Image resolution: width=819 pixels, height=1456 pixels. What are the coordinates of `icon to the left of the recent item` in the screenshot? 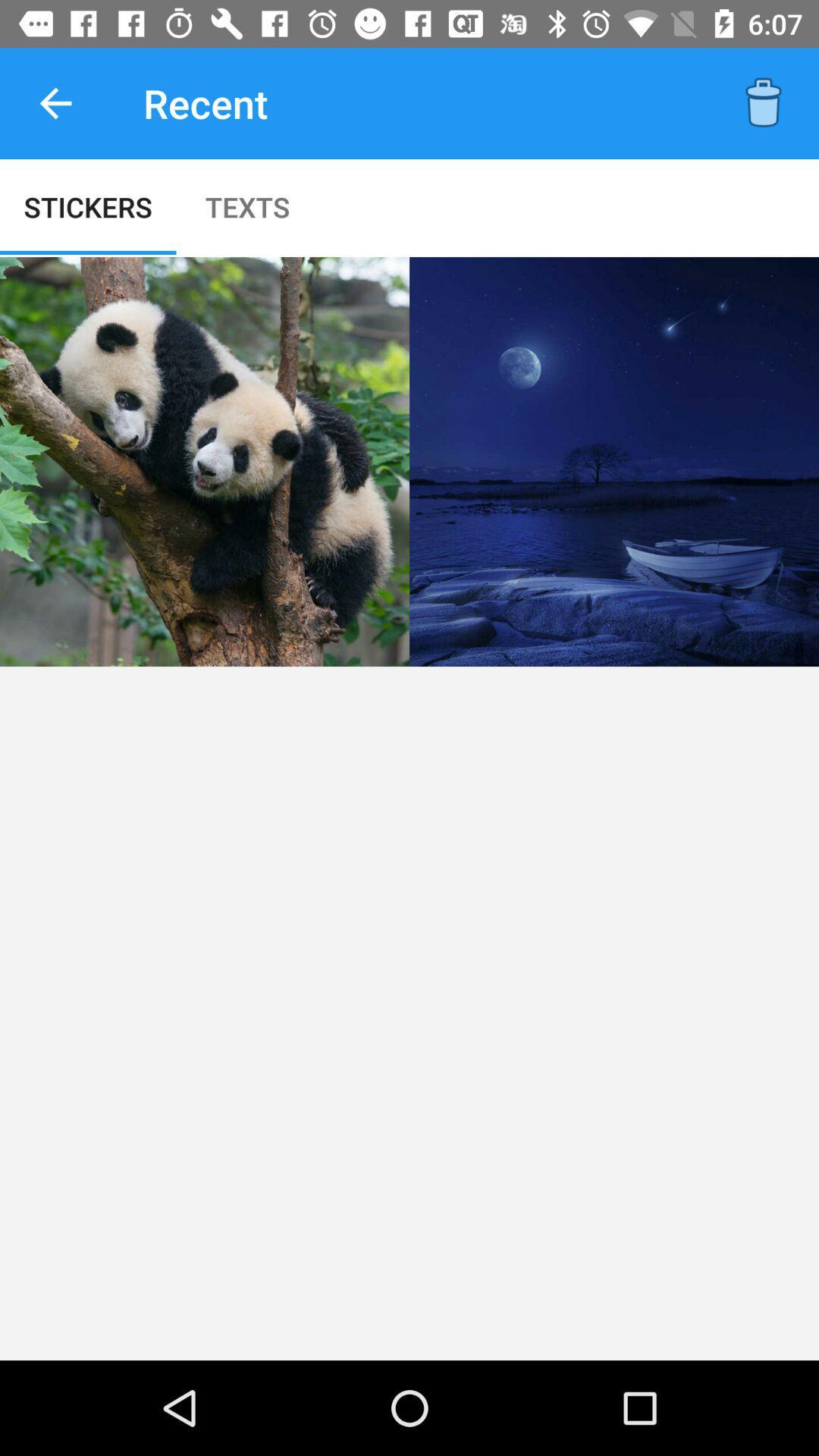 It's located at (55, 102).